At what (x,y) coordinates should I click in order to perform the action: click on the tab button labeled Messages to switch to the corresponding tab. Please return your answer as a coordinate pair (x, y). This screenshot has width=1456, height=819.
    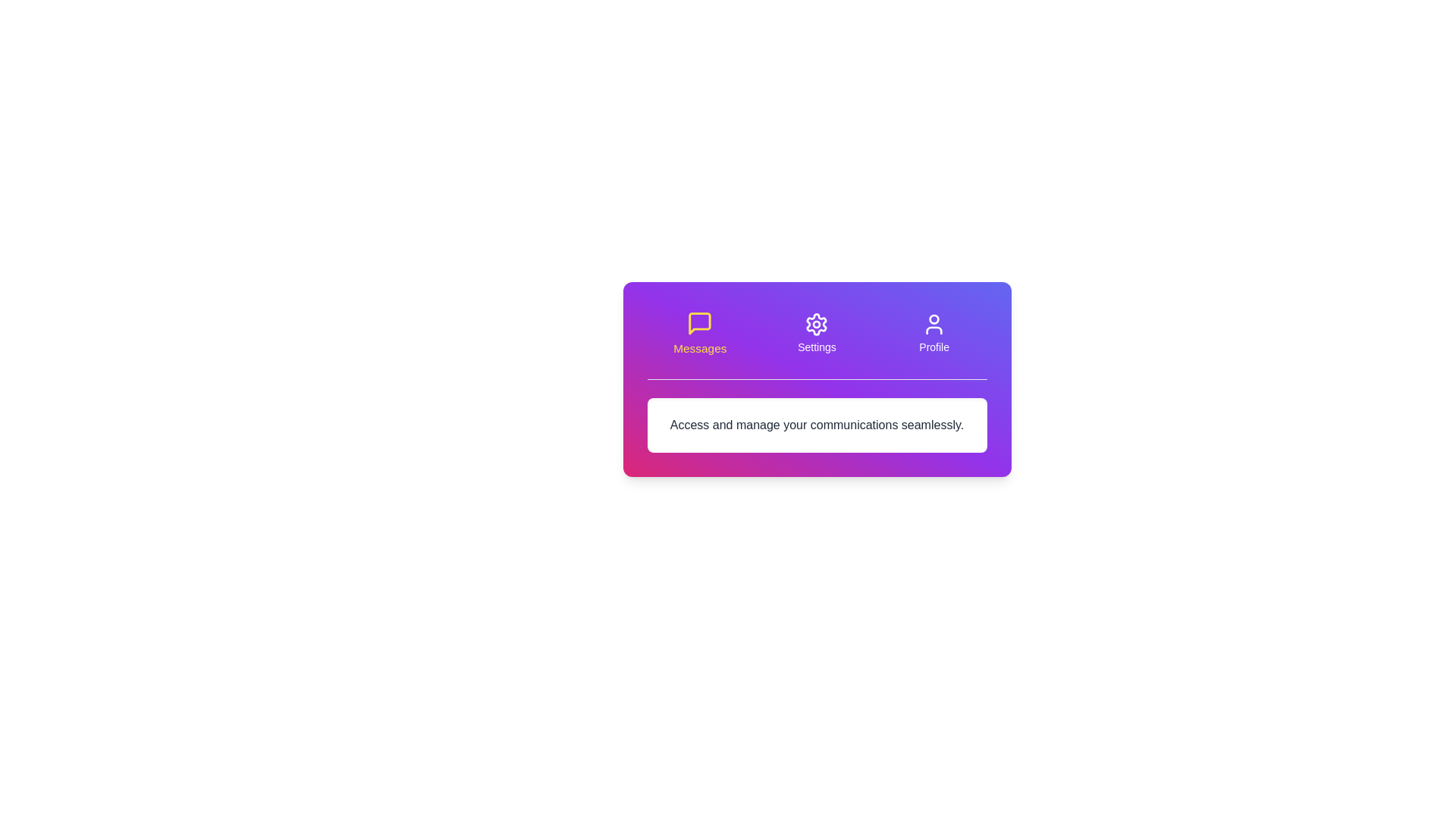
    Looking at the image, I should click on (698, 332).